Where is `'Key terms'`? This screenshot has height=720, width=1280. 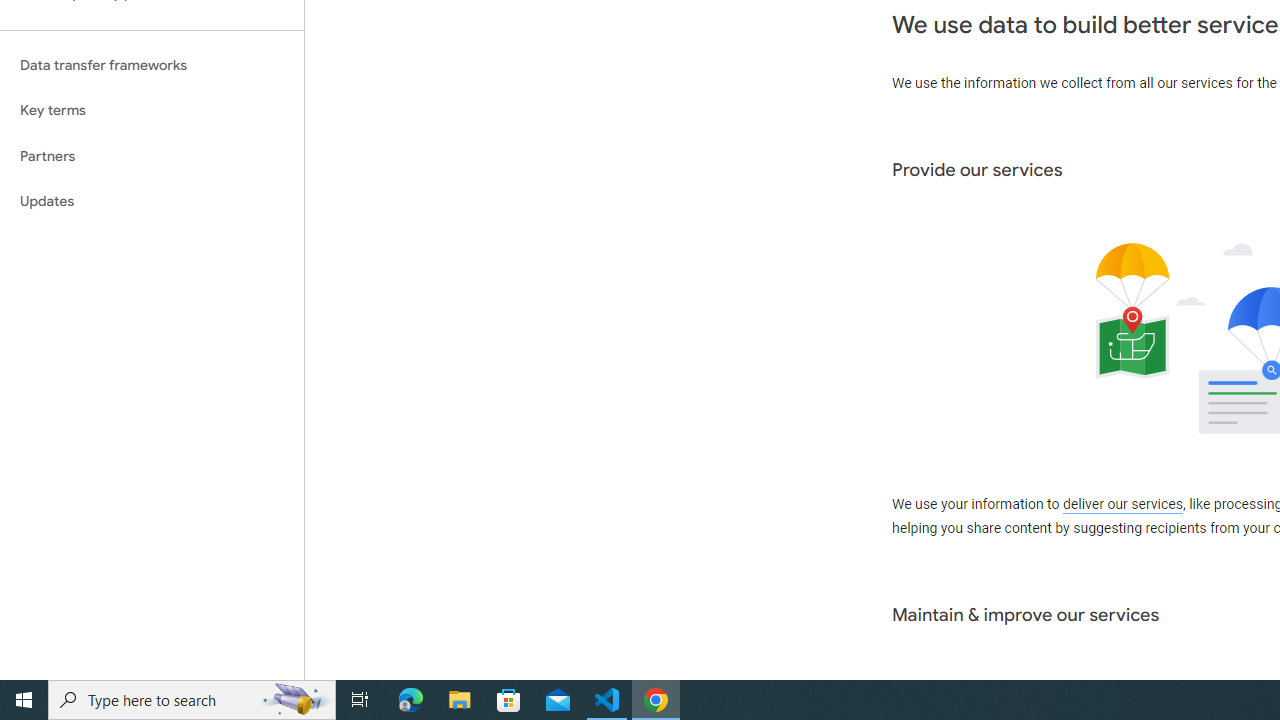 'Key terms' is located at coordinates (151, 110).